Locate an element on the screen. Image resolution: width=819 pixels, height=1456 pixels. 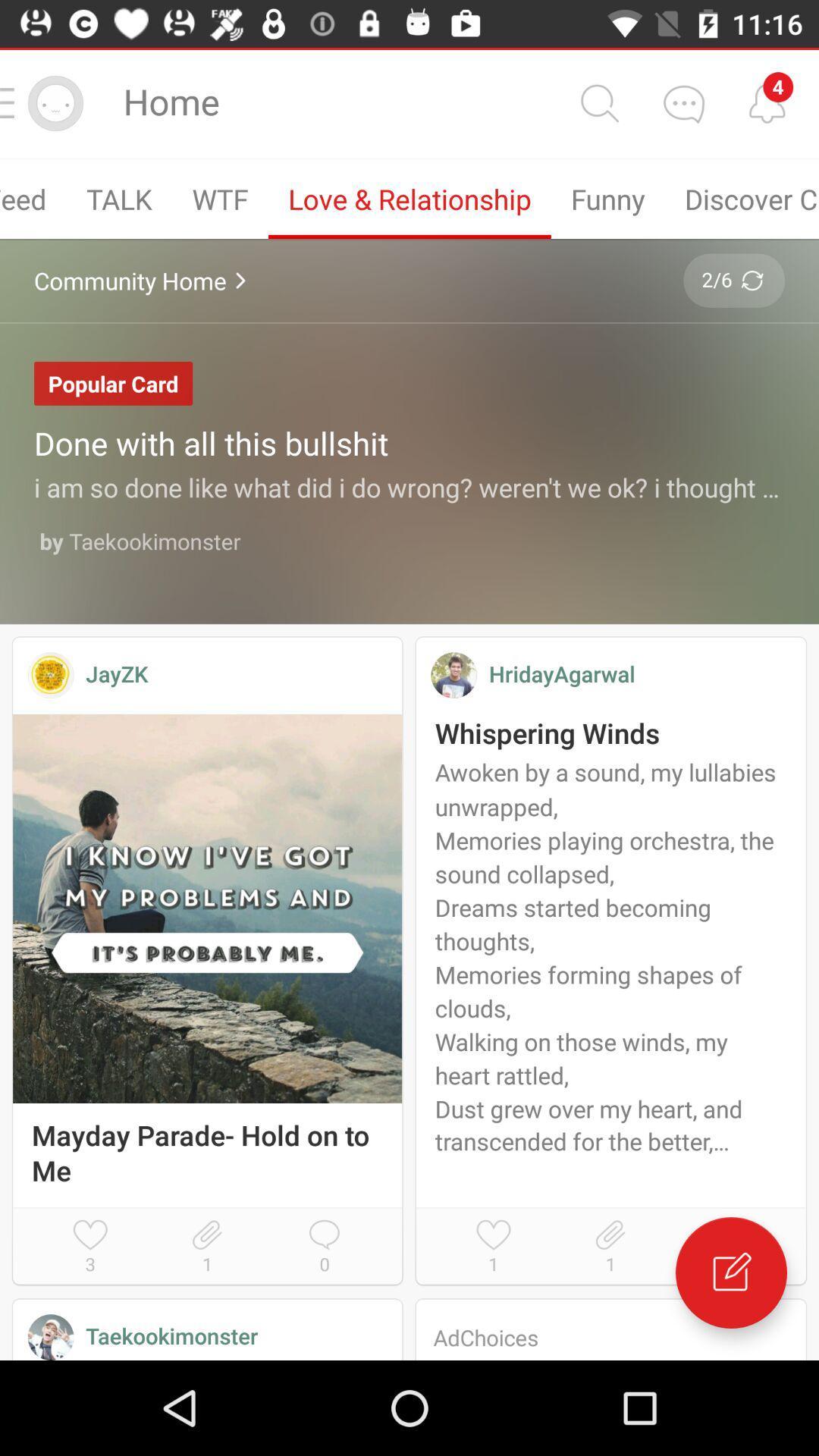
write is located at coordinates (730, 1272).